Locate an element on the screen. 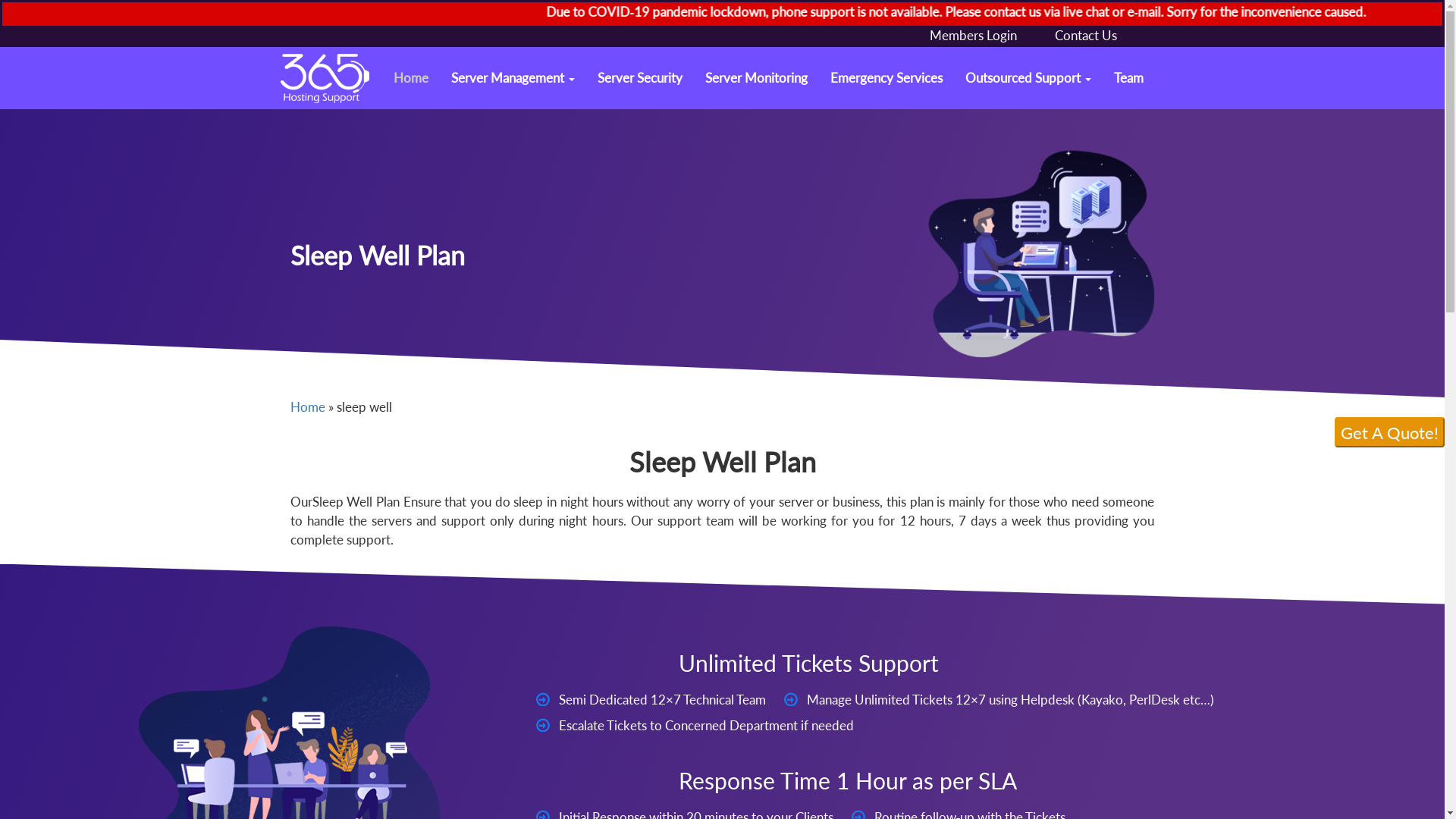  'Server Security' is located at coordinates (639, 78).